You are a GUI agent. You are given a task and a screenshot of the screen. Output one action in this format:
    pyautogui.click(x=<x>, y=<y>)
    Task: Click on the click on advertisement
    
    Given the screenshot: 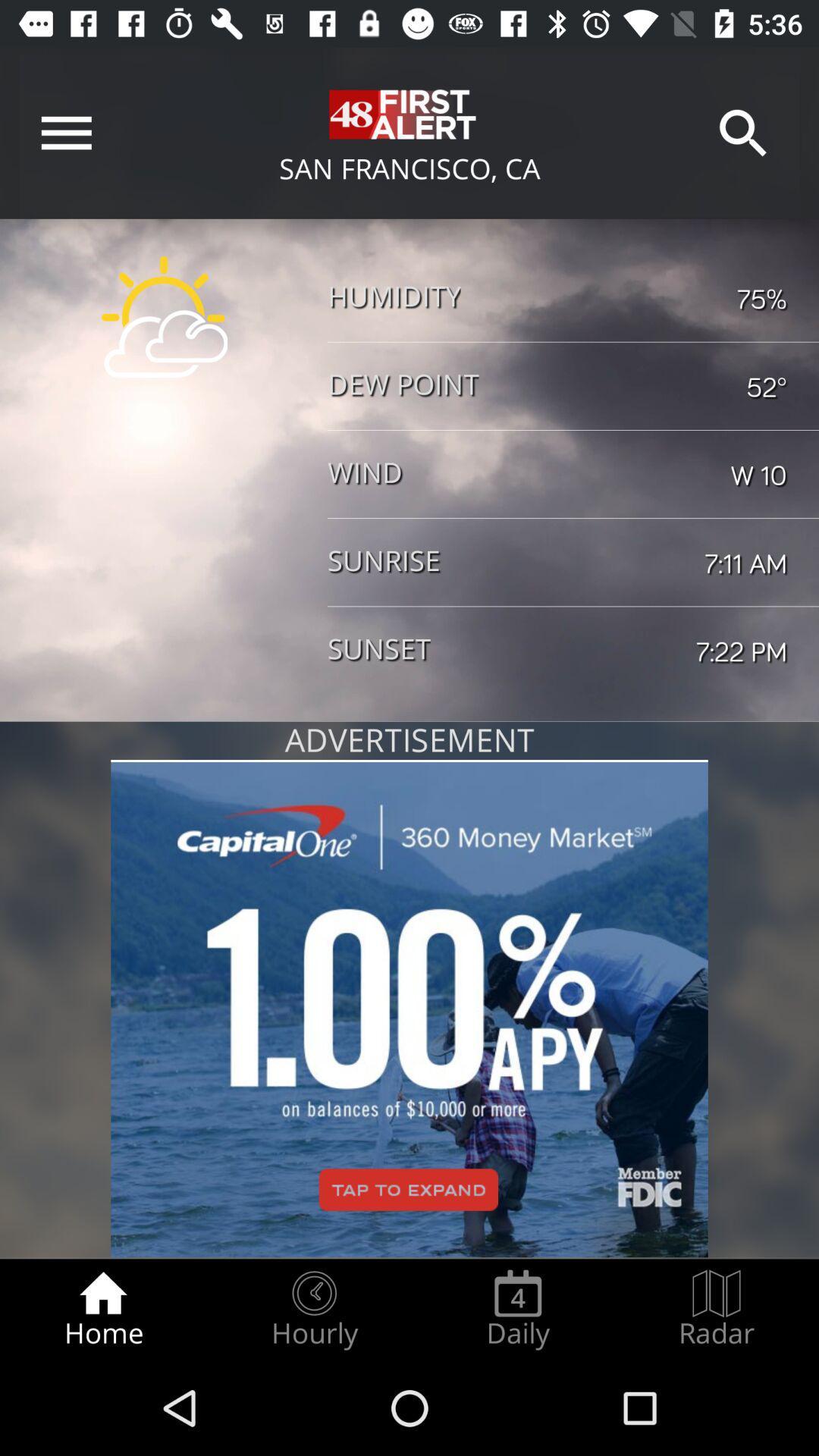 What is the action you would take?
    pyautogui.click(x=409, y=1009)
    